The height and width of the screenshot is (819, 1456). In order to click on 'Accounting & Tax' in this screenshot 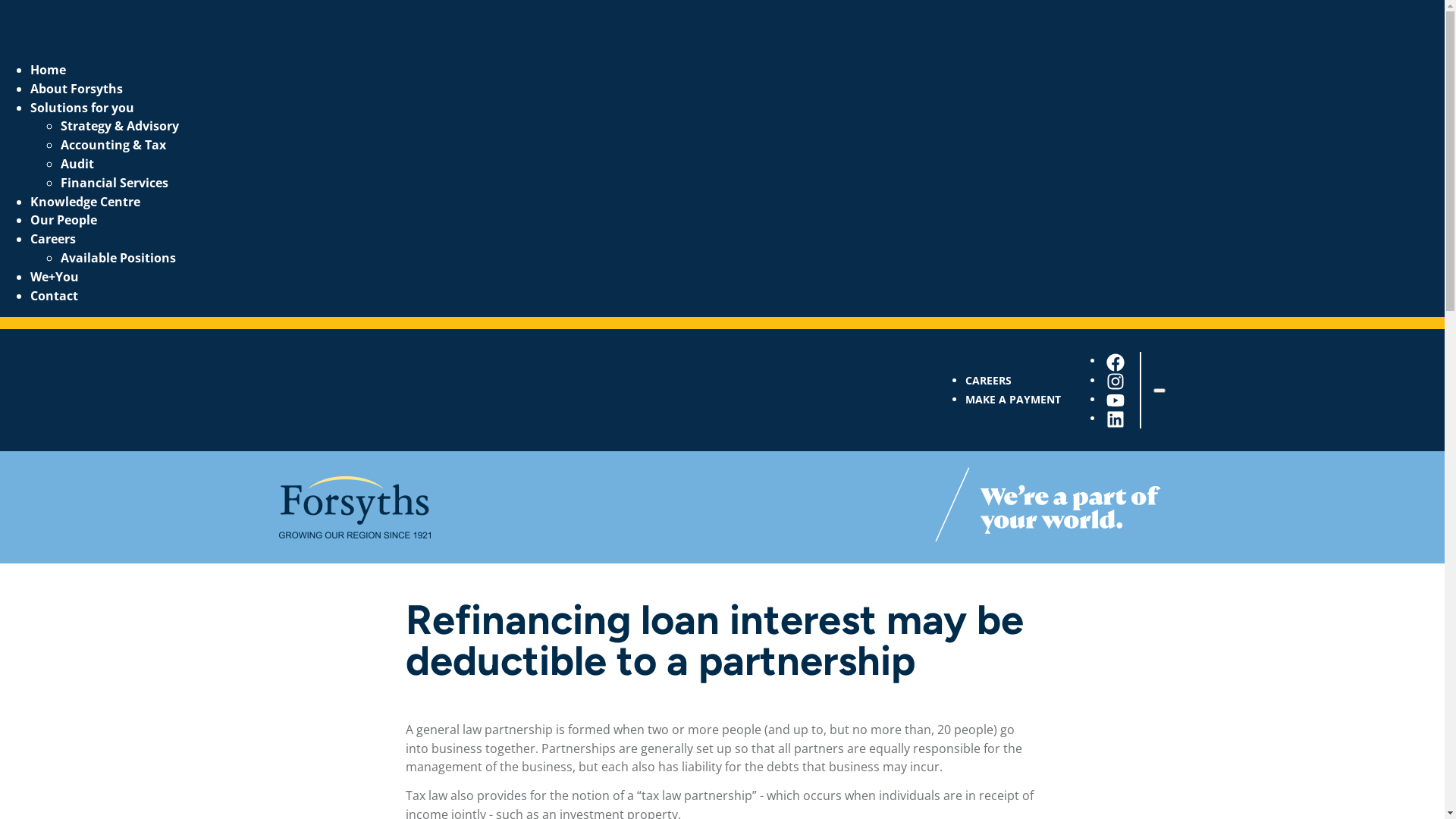, I will do `click(61, 145)`.